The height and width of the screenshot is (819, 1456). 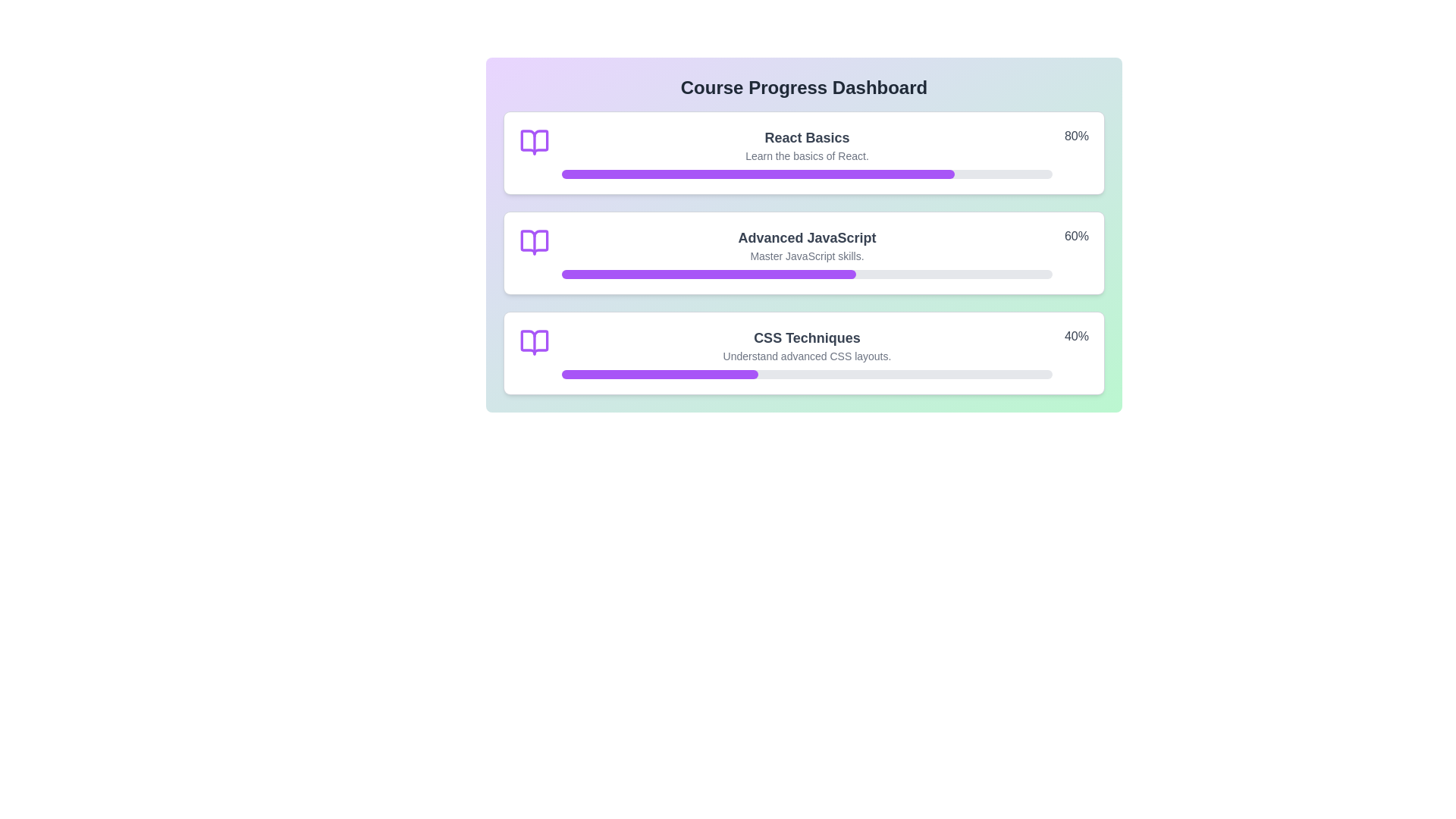 What do you see at coordinates (1076, 335) in the screenshot?
I see `the text label displaying '40%' in medium-sized gray text, located in the middle-right section of the 'CSS Techniques' progress card` at bounding box center [1076, 335].